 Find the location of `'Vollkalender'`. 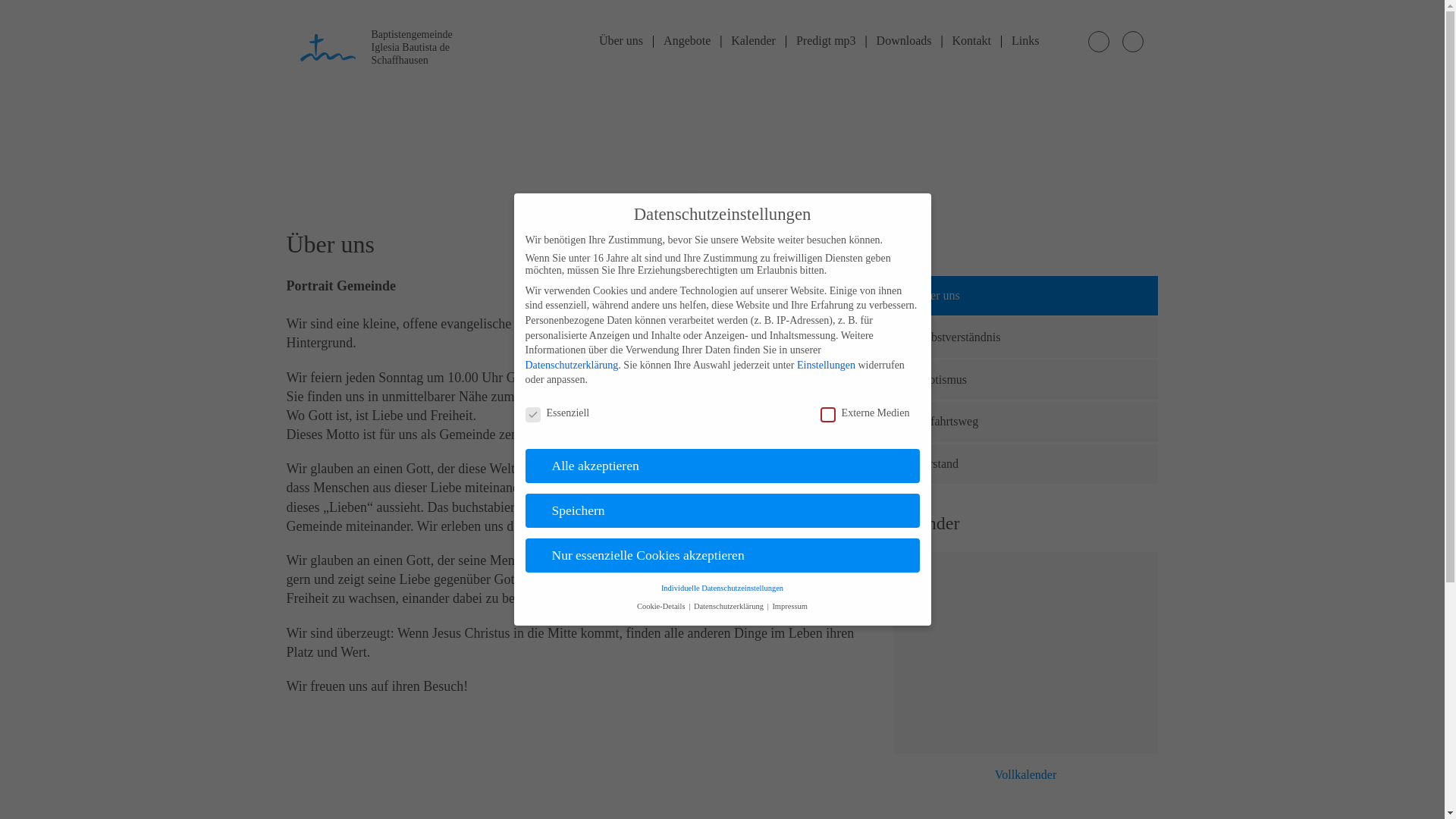

'Vollkalender' is located at coordinates (1026, 775).